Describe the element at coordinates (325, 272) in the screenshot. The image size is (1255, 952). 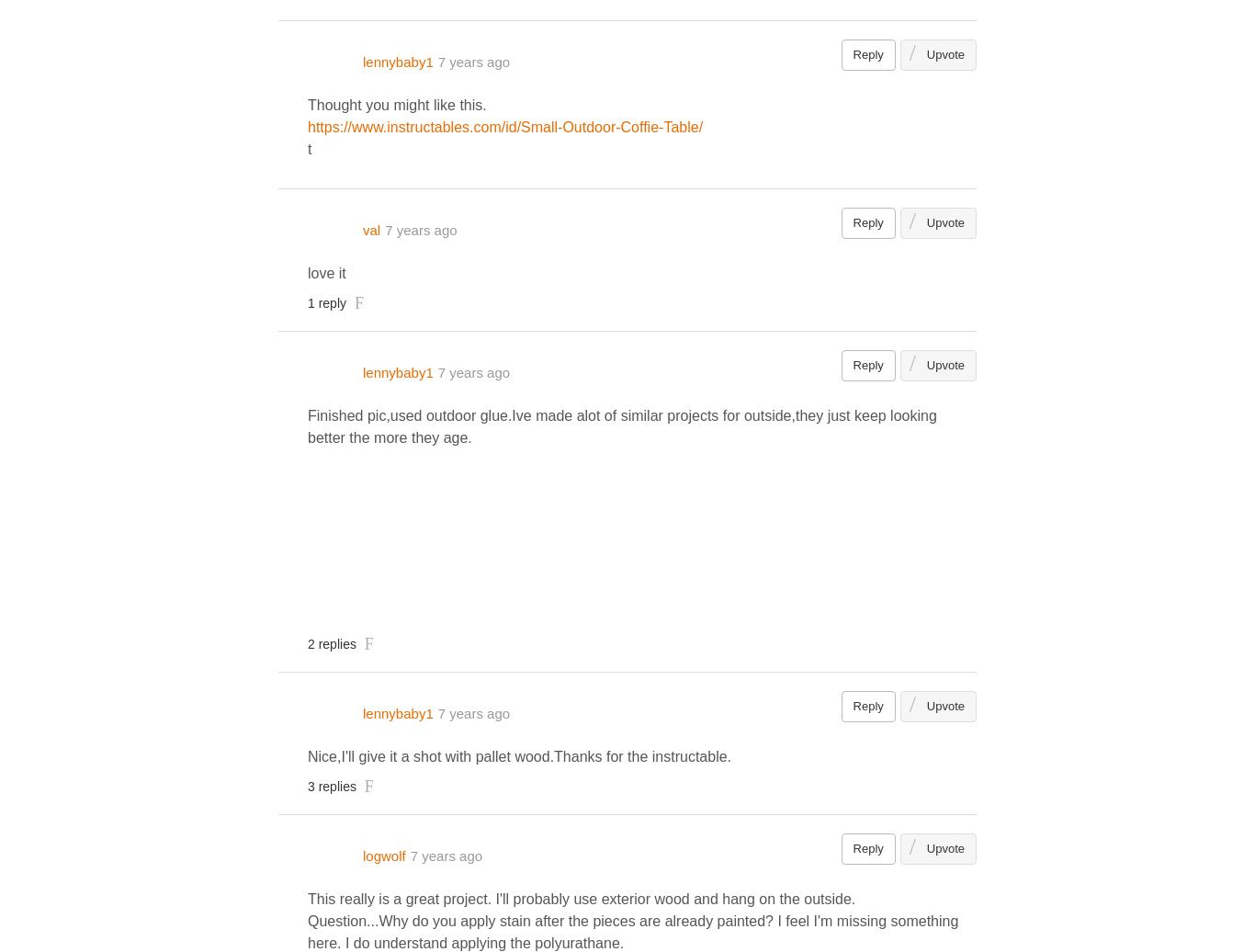
I see `'love it'` at that location.